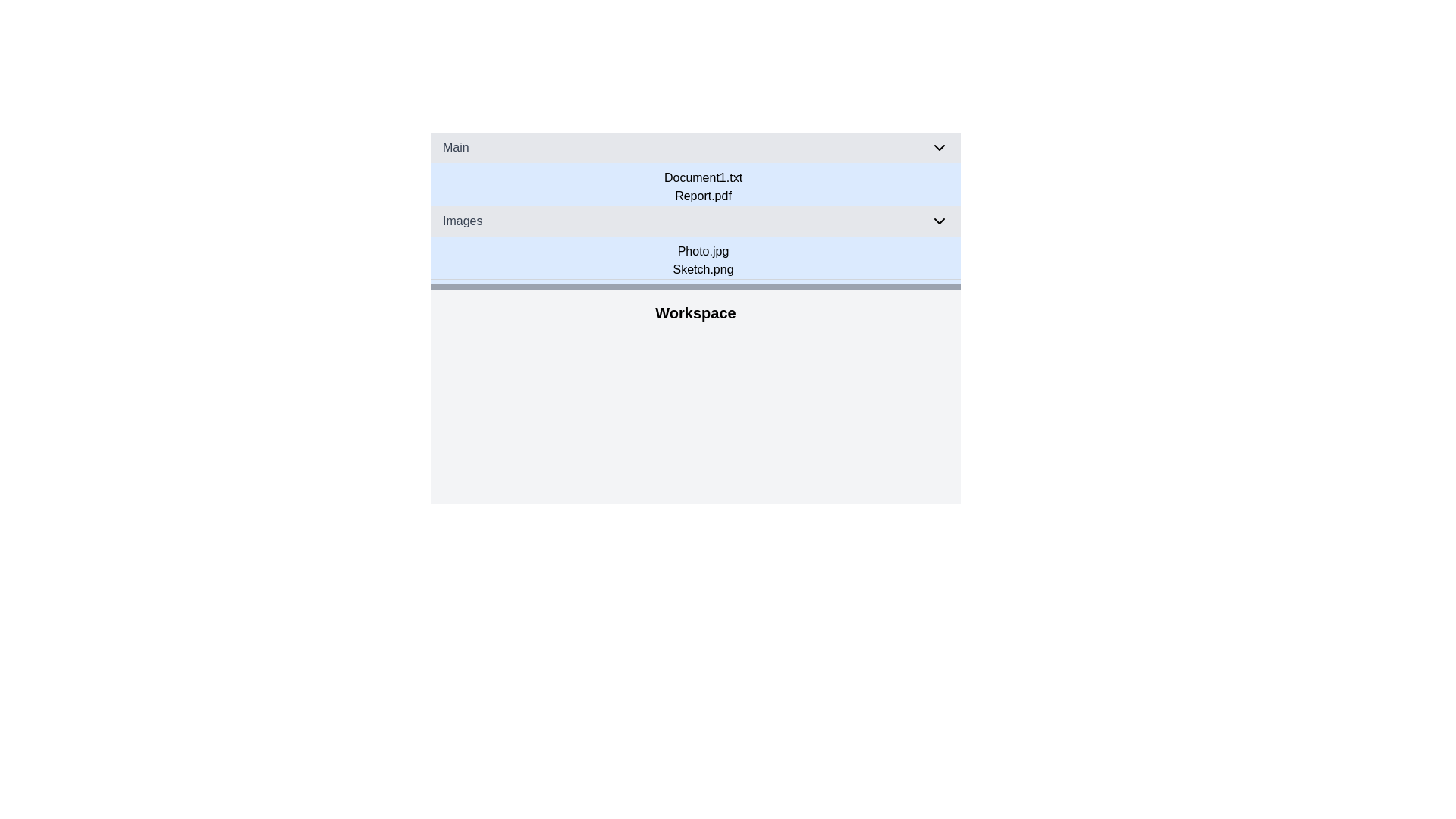 This screenshot has width=1456, height=819. Describe the element at coordinates (702, 177) in the screenshot. I see `the text label representing the file 'Document1.txt', which is the top item` at that location.